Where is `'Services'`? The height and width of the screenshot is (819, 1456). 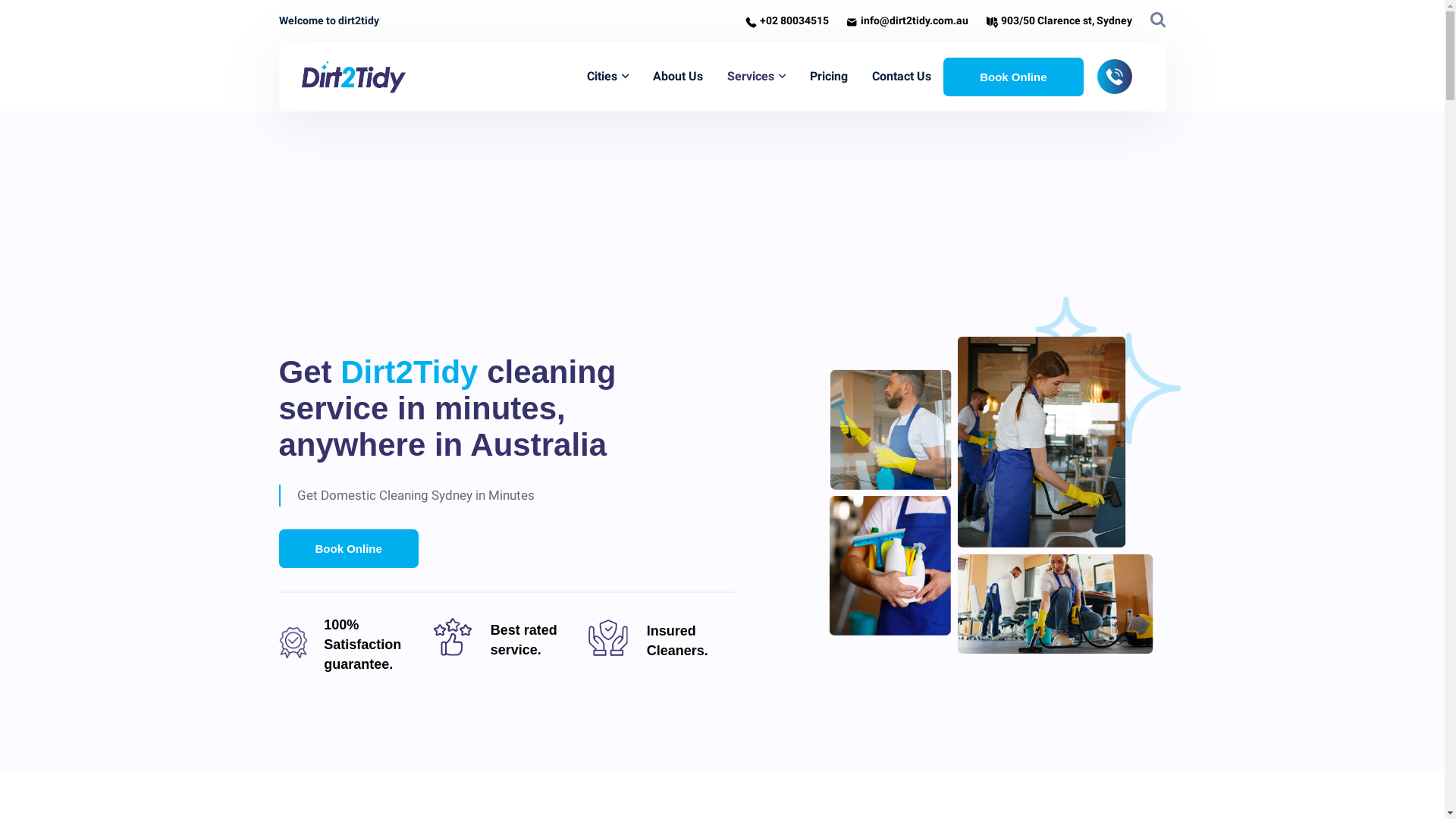 'Services' is located at coordinates (726, 76).